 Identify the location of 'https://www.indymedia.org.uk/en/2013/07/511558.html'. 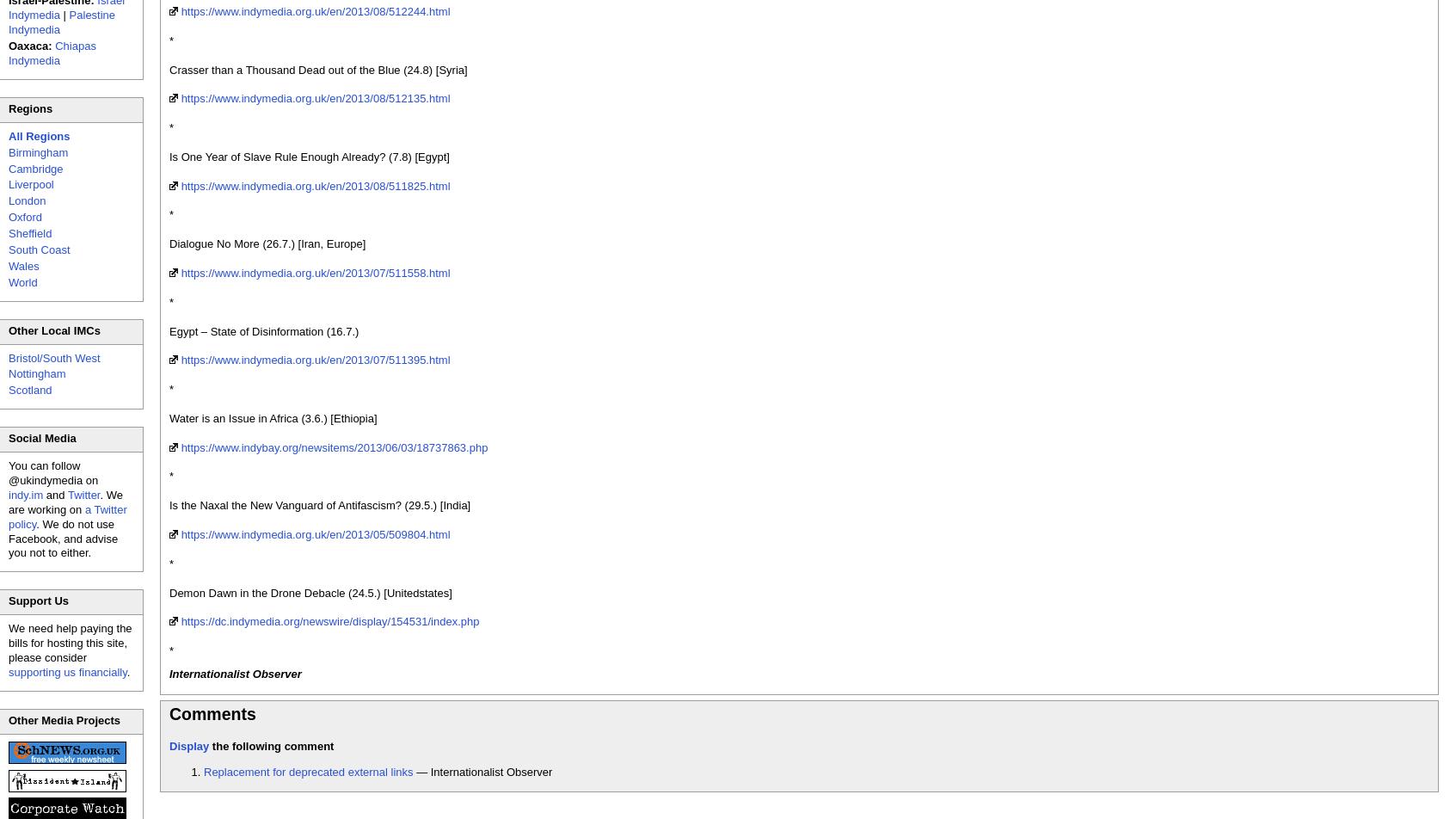
(315, 272).